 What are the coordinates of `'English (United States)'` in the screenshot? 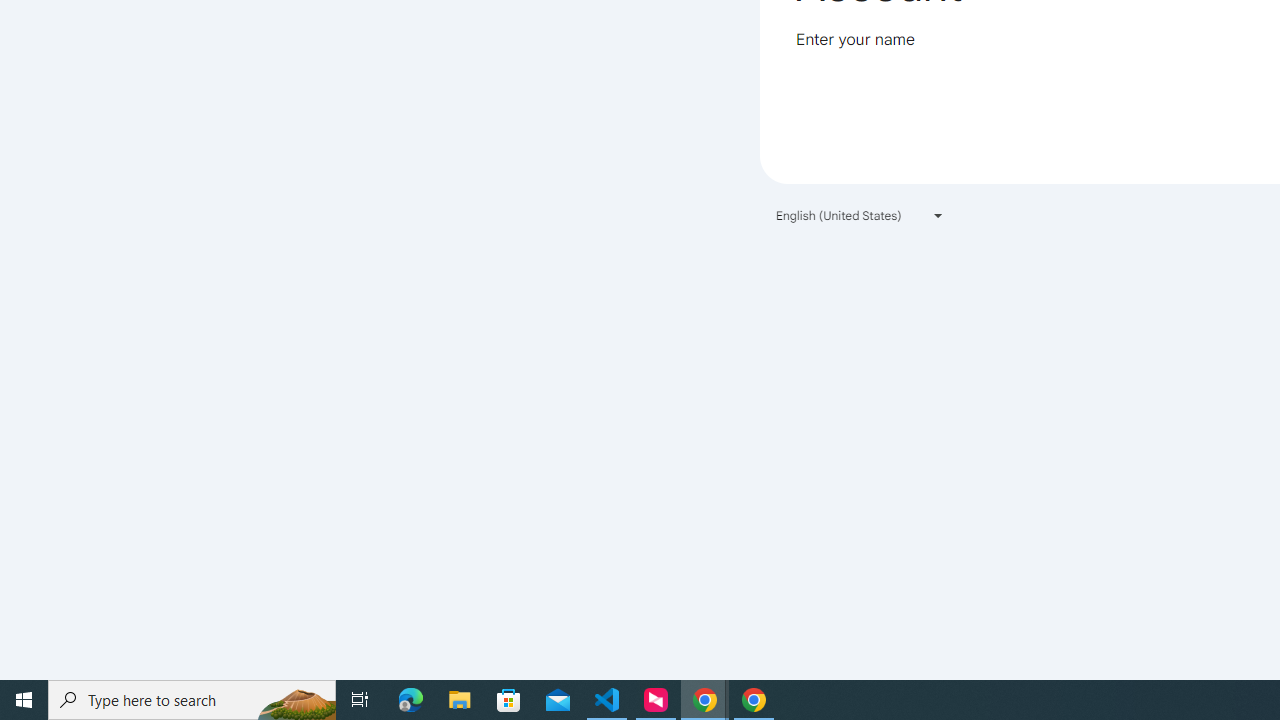 It's located at (860, 215).